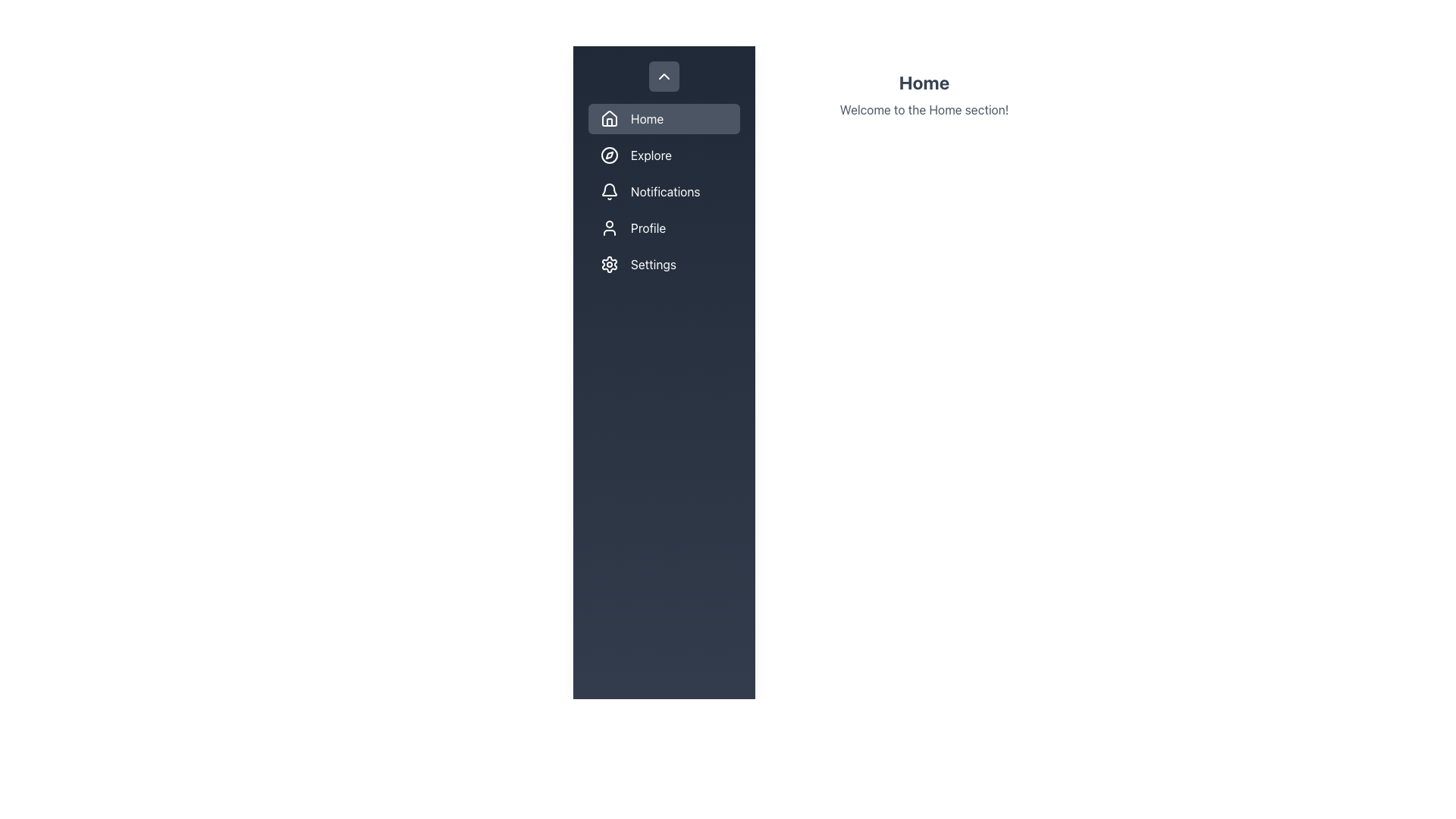 Image resolution: width=1456 pixels, height=819 pixels. I want to click on the gear icon in the vertical navigation menu labeled 'Settings', which is the fifth button from the top, so click(610, 263).